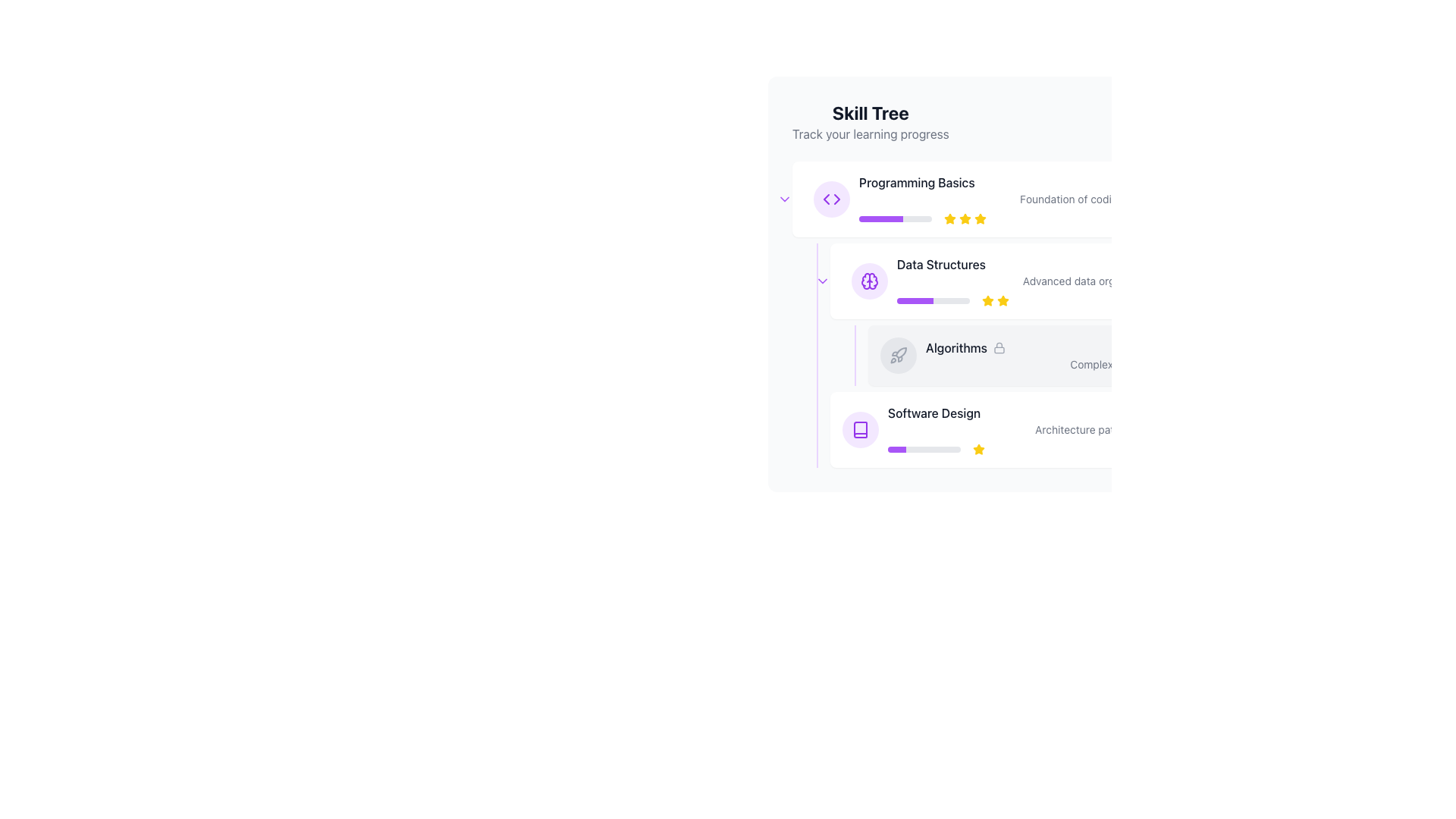 This screenshot has width=1456, height=819. What do you see at coordinates (996, 301) in the screenshot?
I see `the selected rating by interacting with the yellow stars in the Rating component located in the 'Data Structures' section beneath 'Programming Basics'` at bounding box center [996, 301].